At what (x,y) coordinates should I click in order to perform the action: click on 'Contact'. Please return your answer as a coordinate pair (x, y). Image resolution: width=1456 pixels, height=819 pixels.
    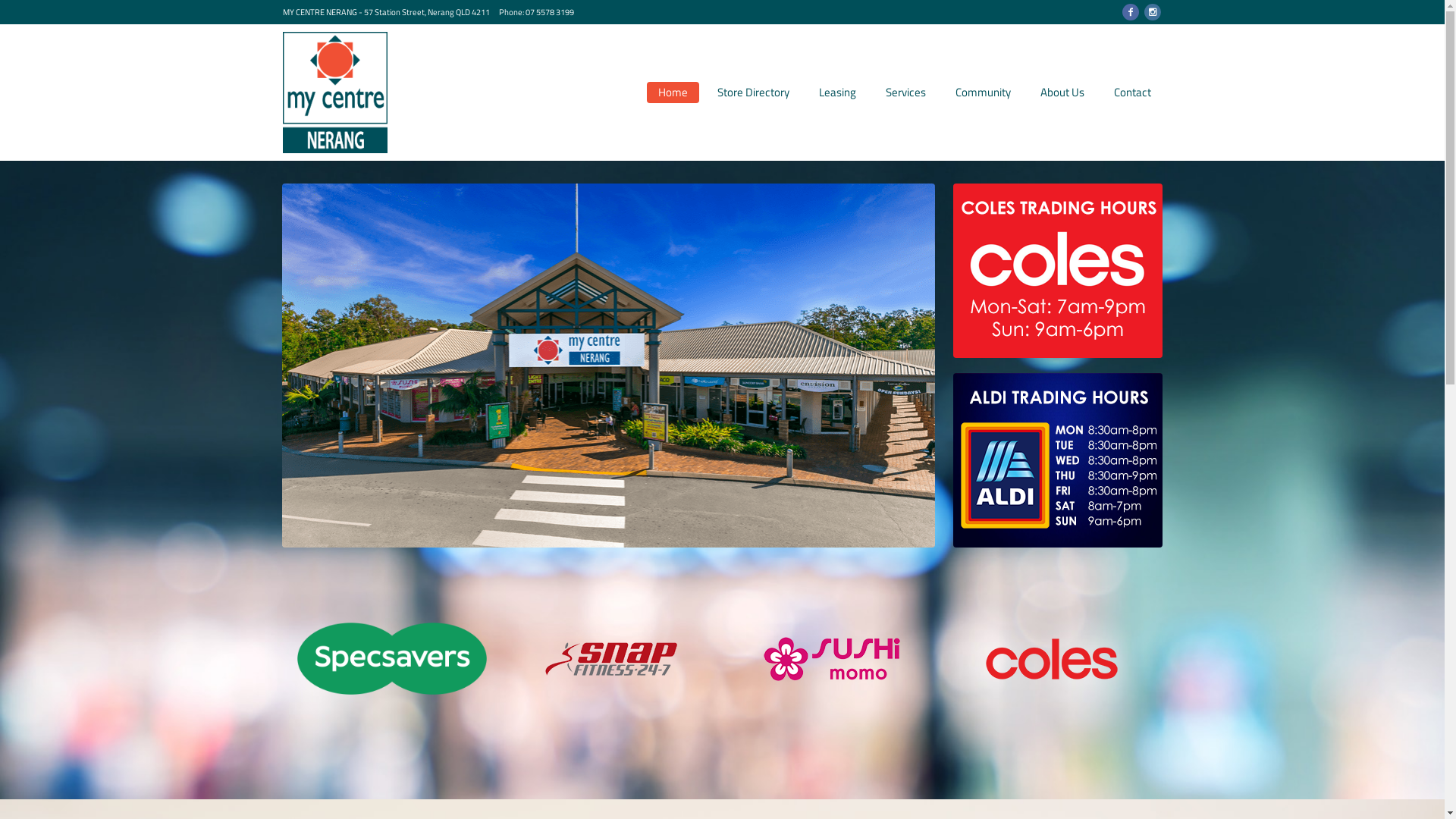
    Looking at the image, I should click on (1132, 93).